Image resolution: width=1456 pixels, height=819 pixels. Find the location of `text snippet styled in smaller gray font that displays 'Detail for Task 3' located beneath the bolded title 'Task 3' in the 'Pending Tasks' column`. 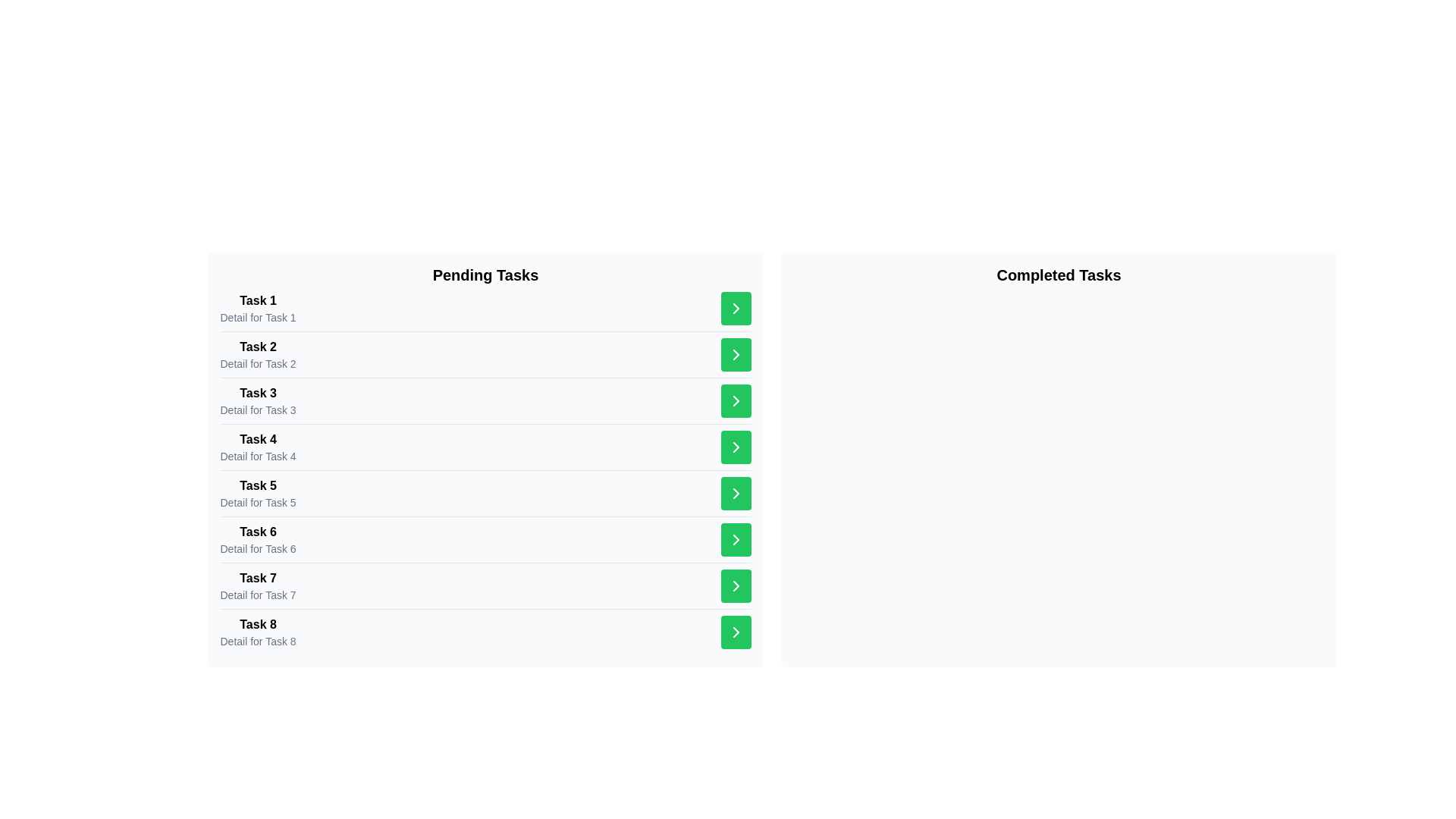

text snippet styled in smaller gray font that displays 'Detail for Task 3' located beneath the bolded title 'Task 3' in the 'Pending Tasks' column is located at coordinates (258, 409).